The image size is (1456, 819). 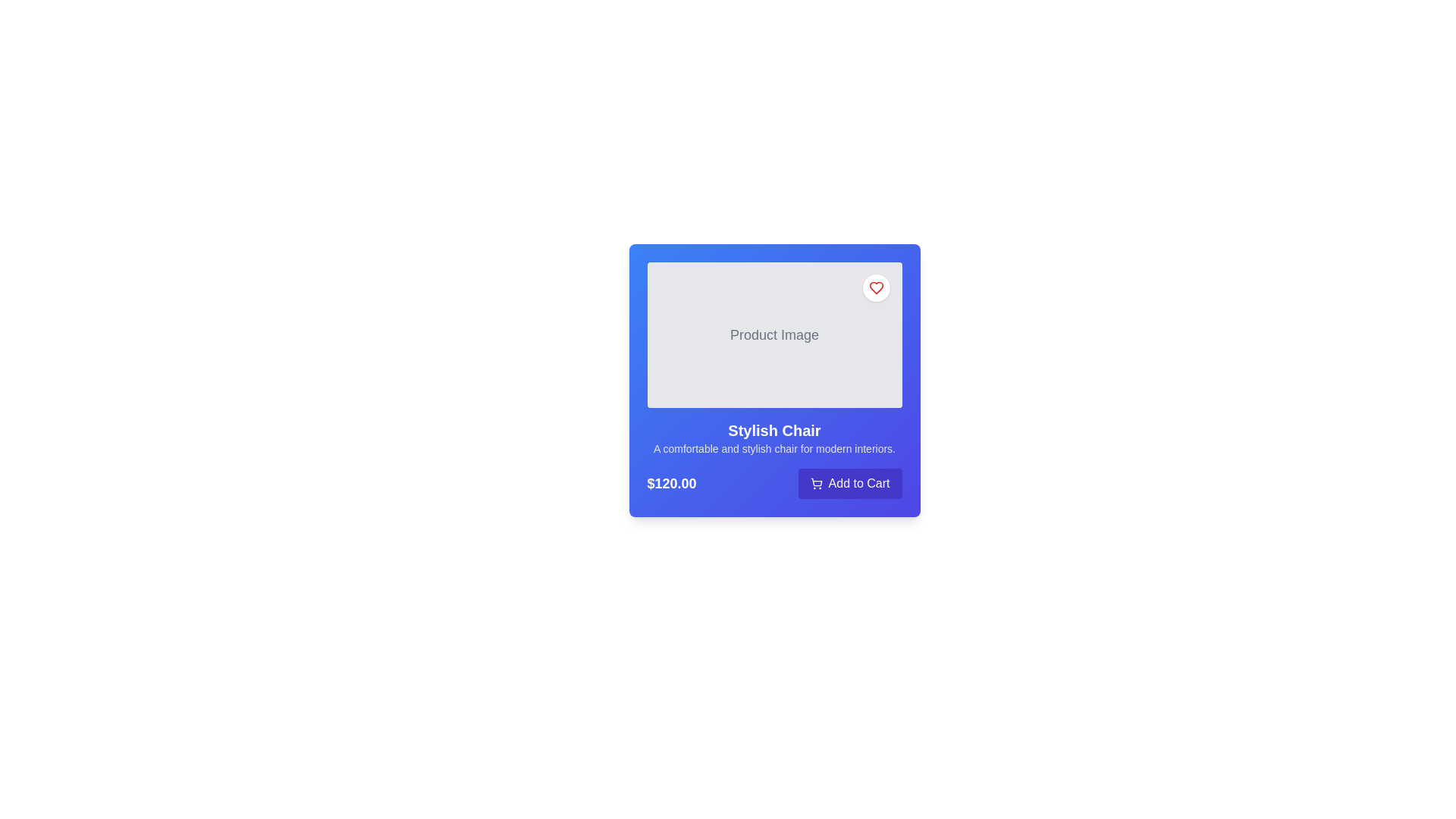 What do you see at coordinates (774, 458) in the screenshot?
I see `product name 'Stylish Chair' and its description from the informational section located at the bottom of the product card with a blue gradient background` at bounding box center [774, 458].